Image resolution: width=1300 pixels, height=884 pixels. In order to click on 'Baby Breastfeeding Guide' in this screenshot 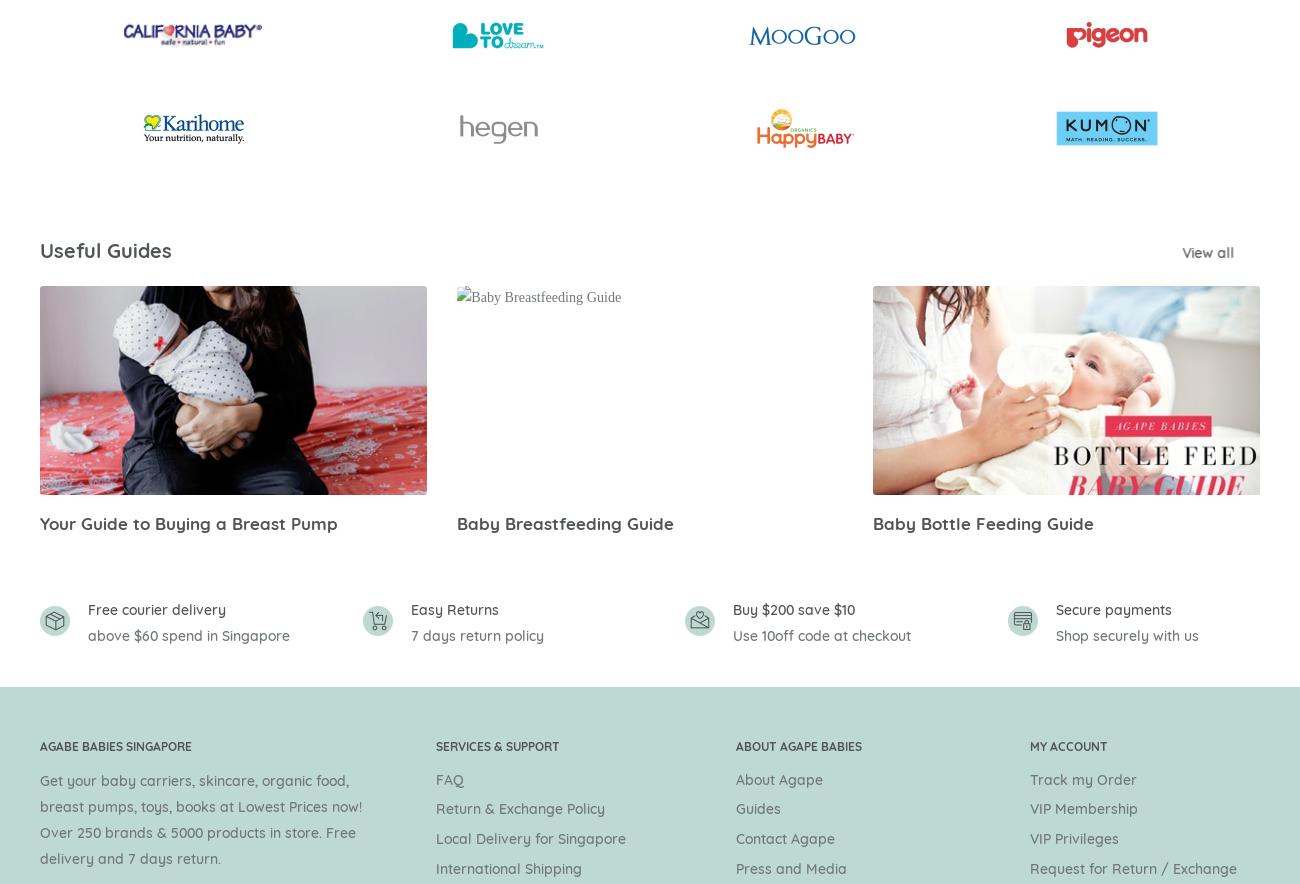, I will do `click(455, 522)`.